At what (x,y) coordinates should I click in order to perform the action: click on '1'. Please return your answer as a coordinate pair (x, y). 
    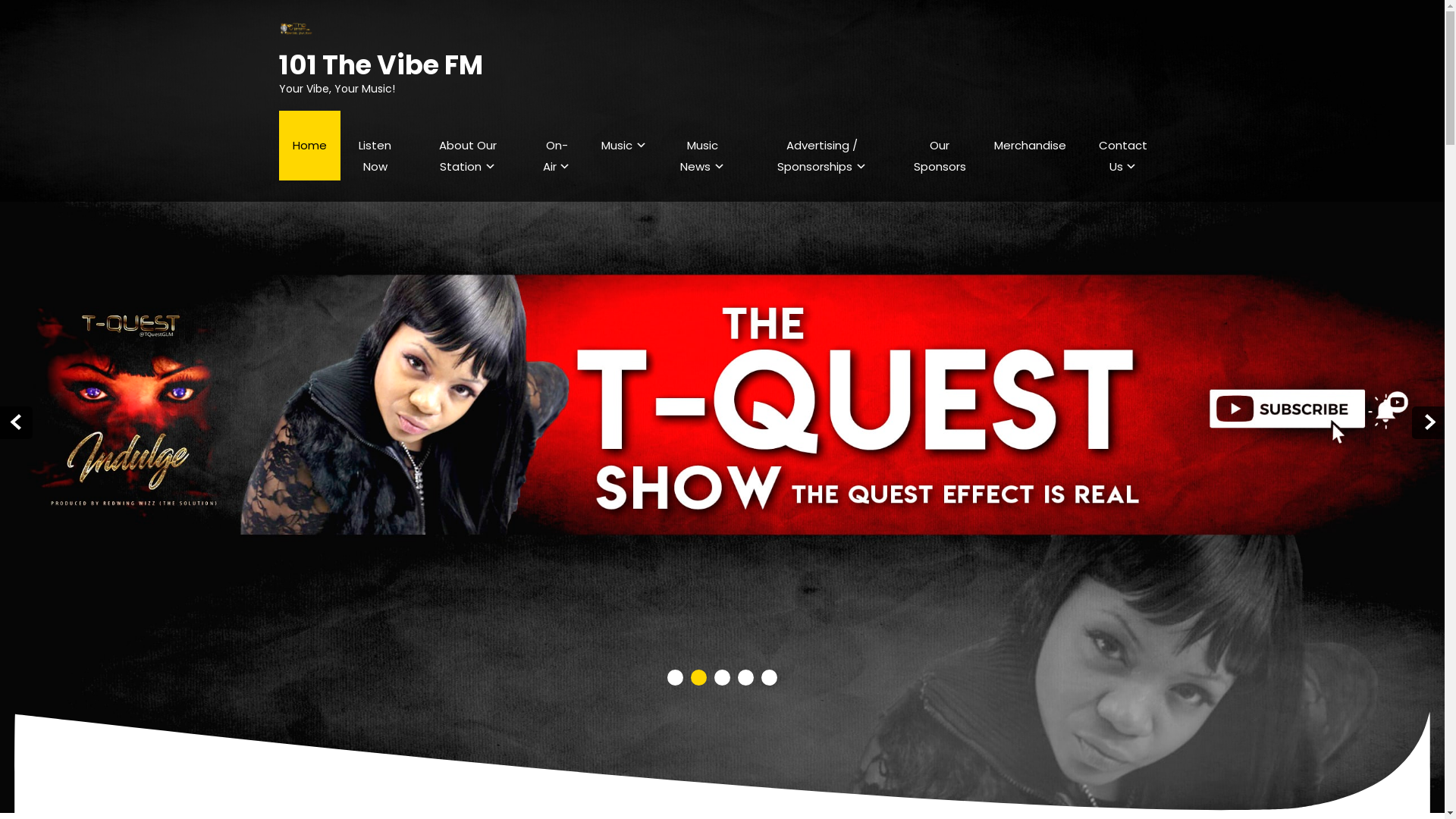
    Looking at the image, I should click on (674, 676).